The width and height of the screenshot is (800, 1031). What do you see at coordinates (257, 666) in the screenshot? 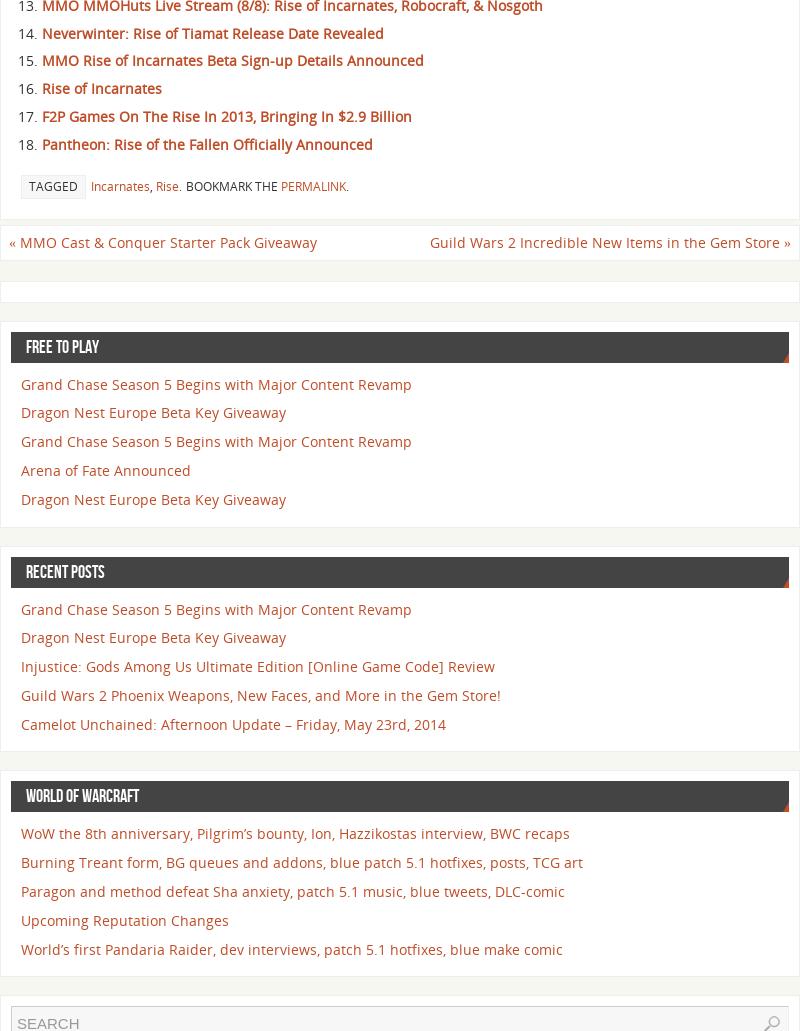
I see `'Injustice: Gods Among Us Ultimate Edition [Online Game Code] Review'` at bounding box center [257, 666].